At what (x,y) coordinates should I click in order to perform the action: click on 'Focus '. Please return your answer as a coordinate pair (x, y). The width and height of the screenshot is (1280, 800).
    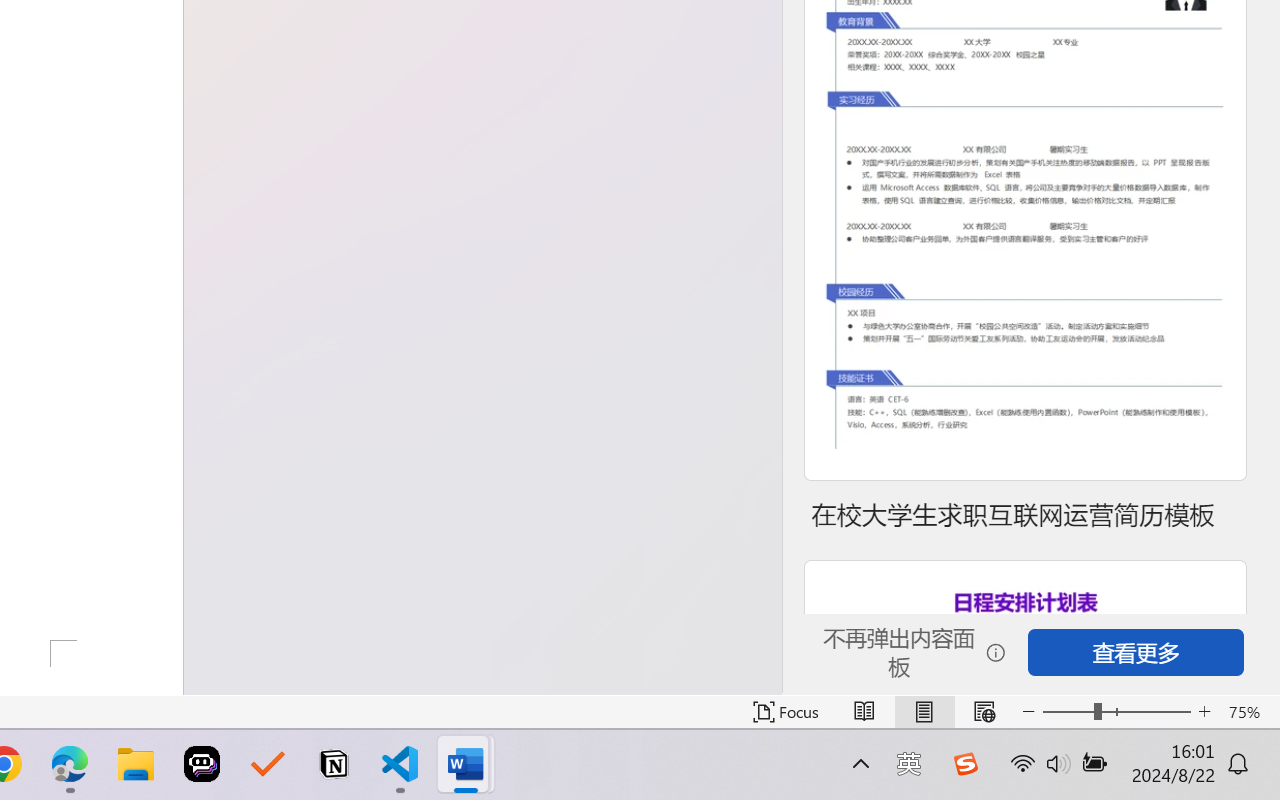
    Looking at the image, I should click on (785, 711).